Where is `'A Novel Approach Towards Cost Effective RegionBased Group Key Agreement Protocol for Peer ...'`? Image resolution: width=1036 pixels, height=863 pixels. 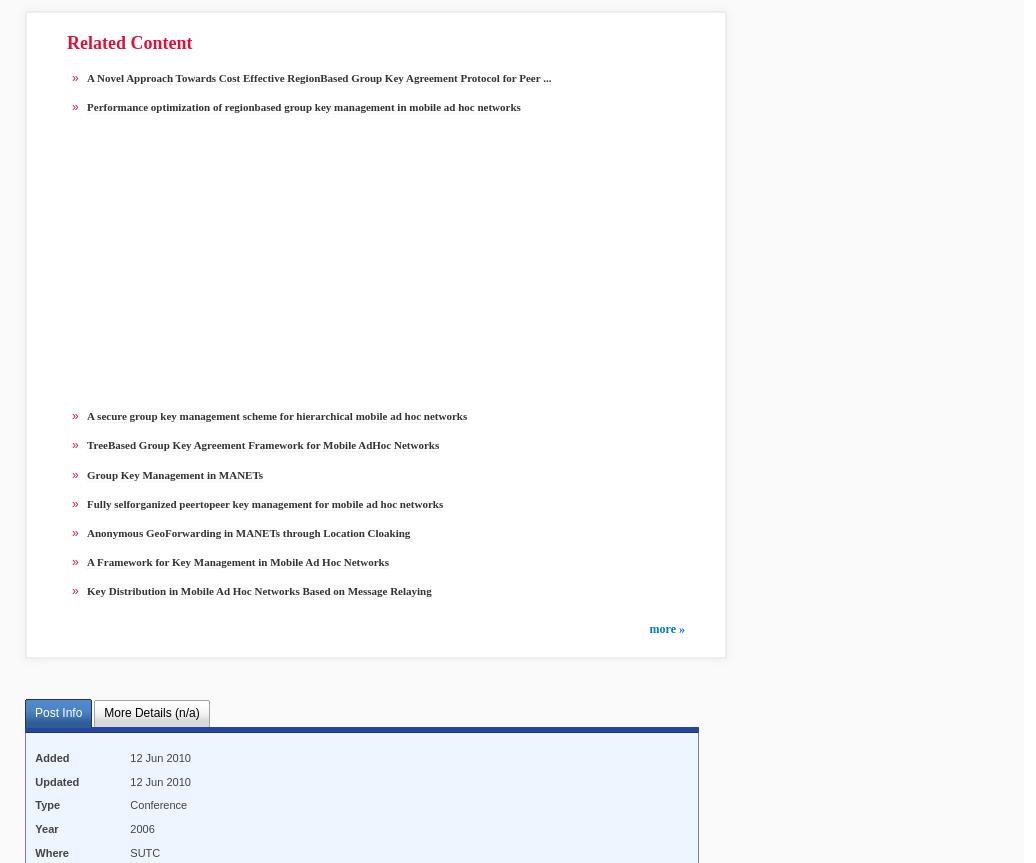
'A Novel Approach Towards Cost Effective RegionBased Group Key Agreement Protocol for Peer ...' is located at coordinates (318, 76).